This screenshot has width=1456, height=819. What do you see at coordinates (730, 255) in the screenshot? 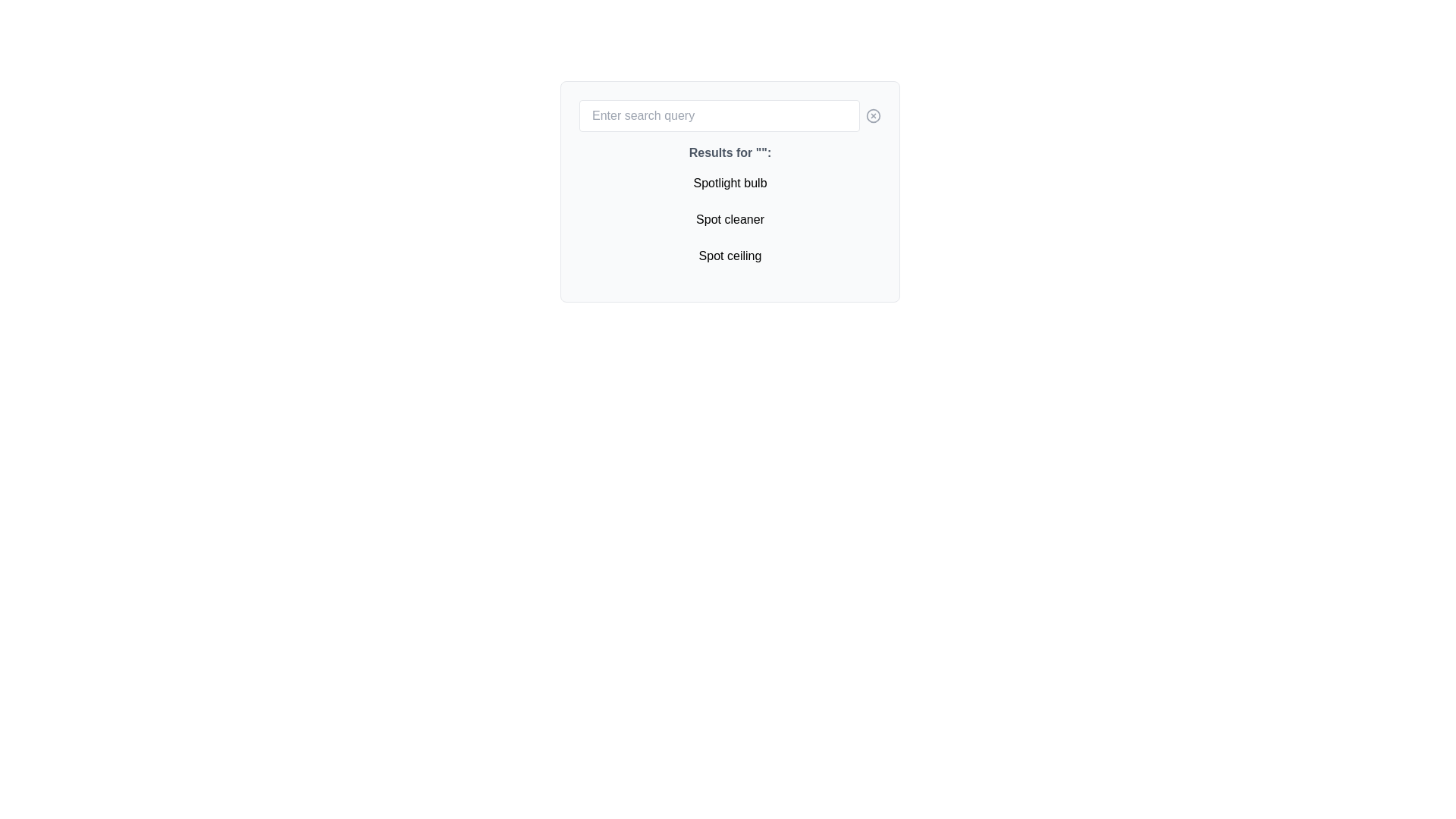
I see `the letter 'c' in the word 'ceiling' of the third line of the search results list, which is part of the 'Spot ceiling' entry` at bounding box center [730, 255].